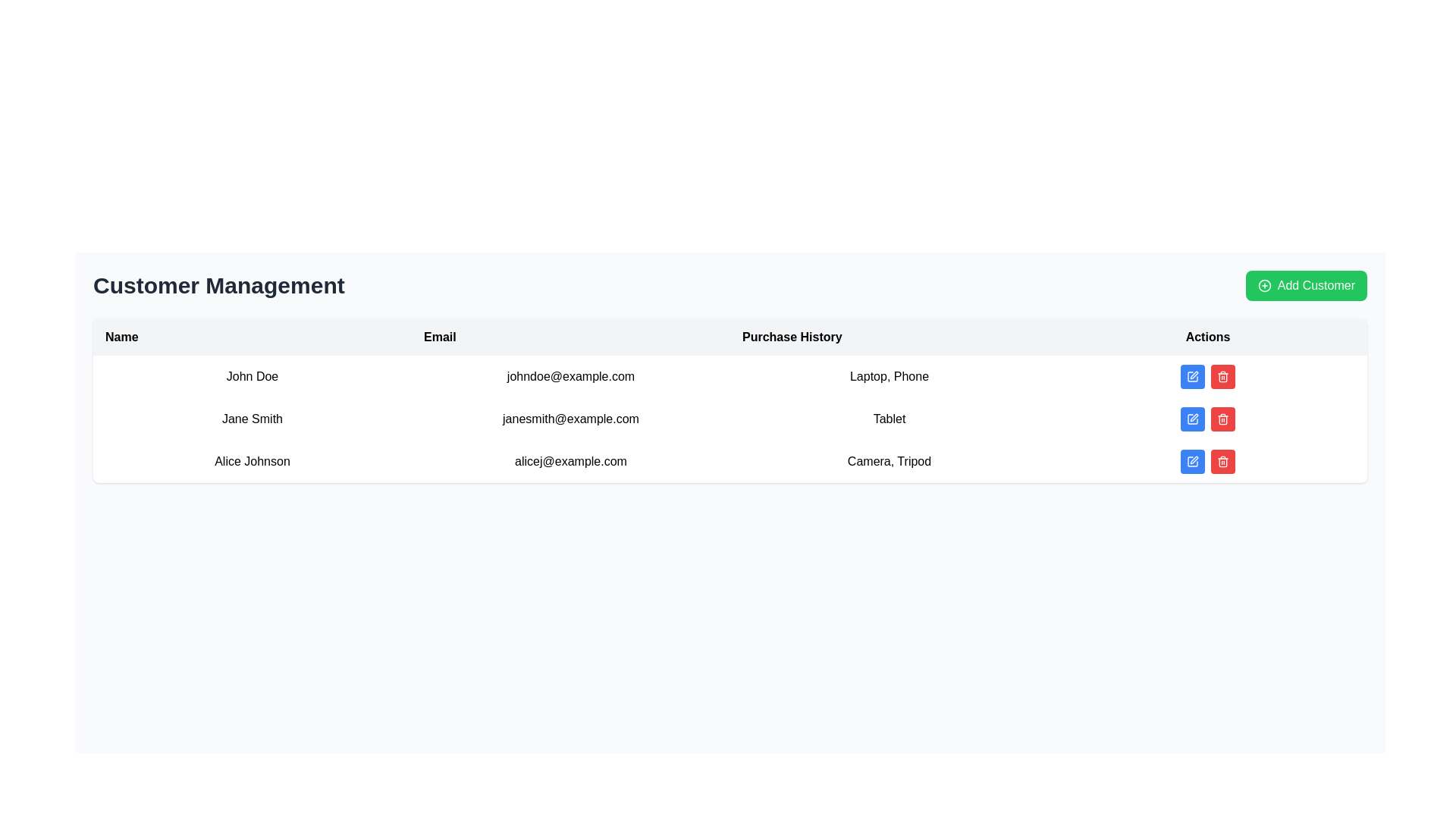 The width and height of the screenshot is (1456, 819). I want to click on the edit button in the third row of the customer management table to modify the user's entry, which is located below the row featuring 'Jane Smith', so click(730, 461).